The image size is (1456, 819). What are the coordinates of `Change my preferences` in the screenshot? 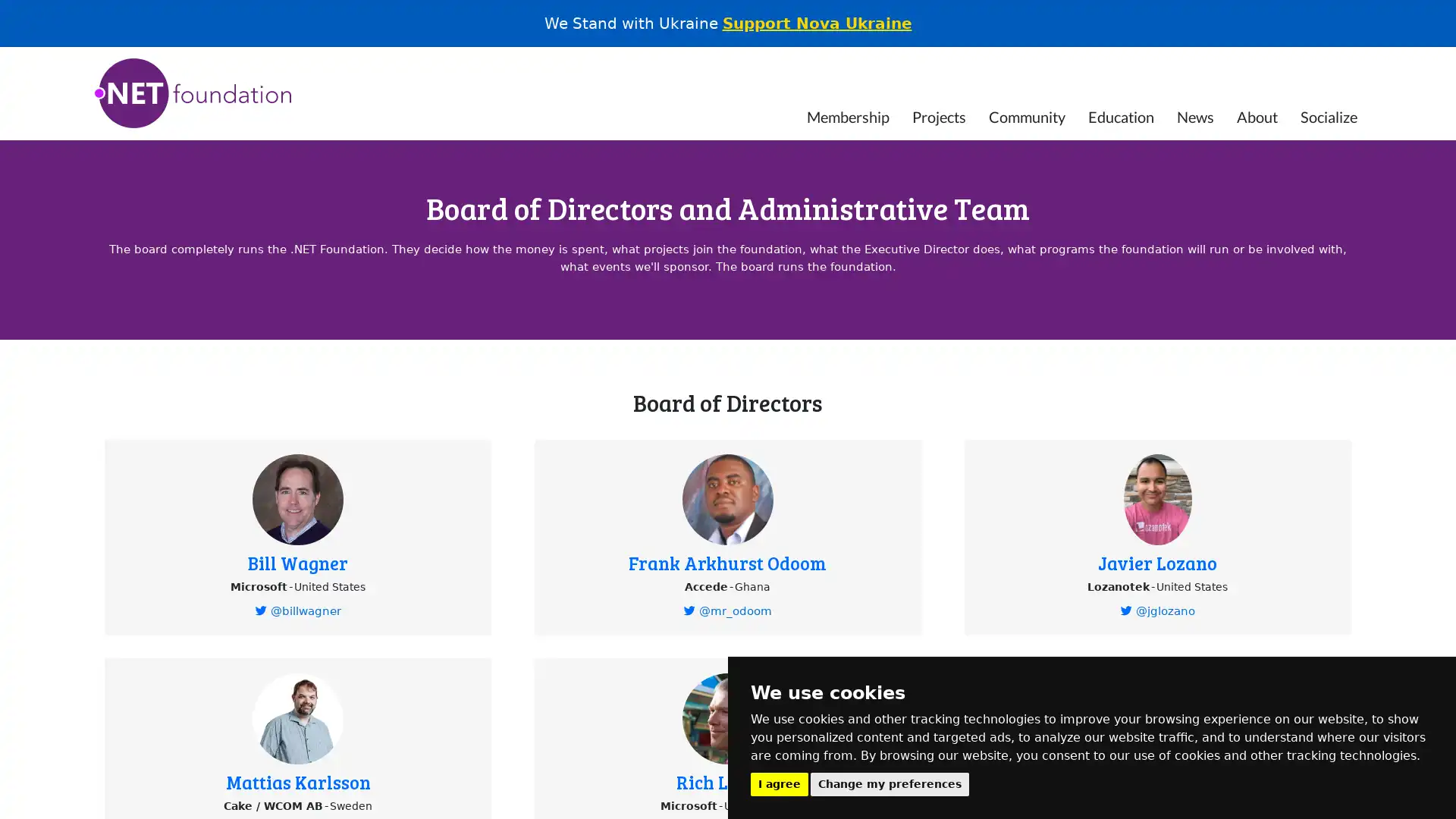 It's located at (889, 784).